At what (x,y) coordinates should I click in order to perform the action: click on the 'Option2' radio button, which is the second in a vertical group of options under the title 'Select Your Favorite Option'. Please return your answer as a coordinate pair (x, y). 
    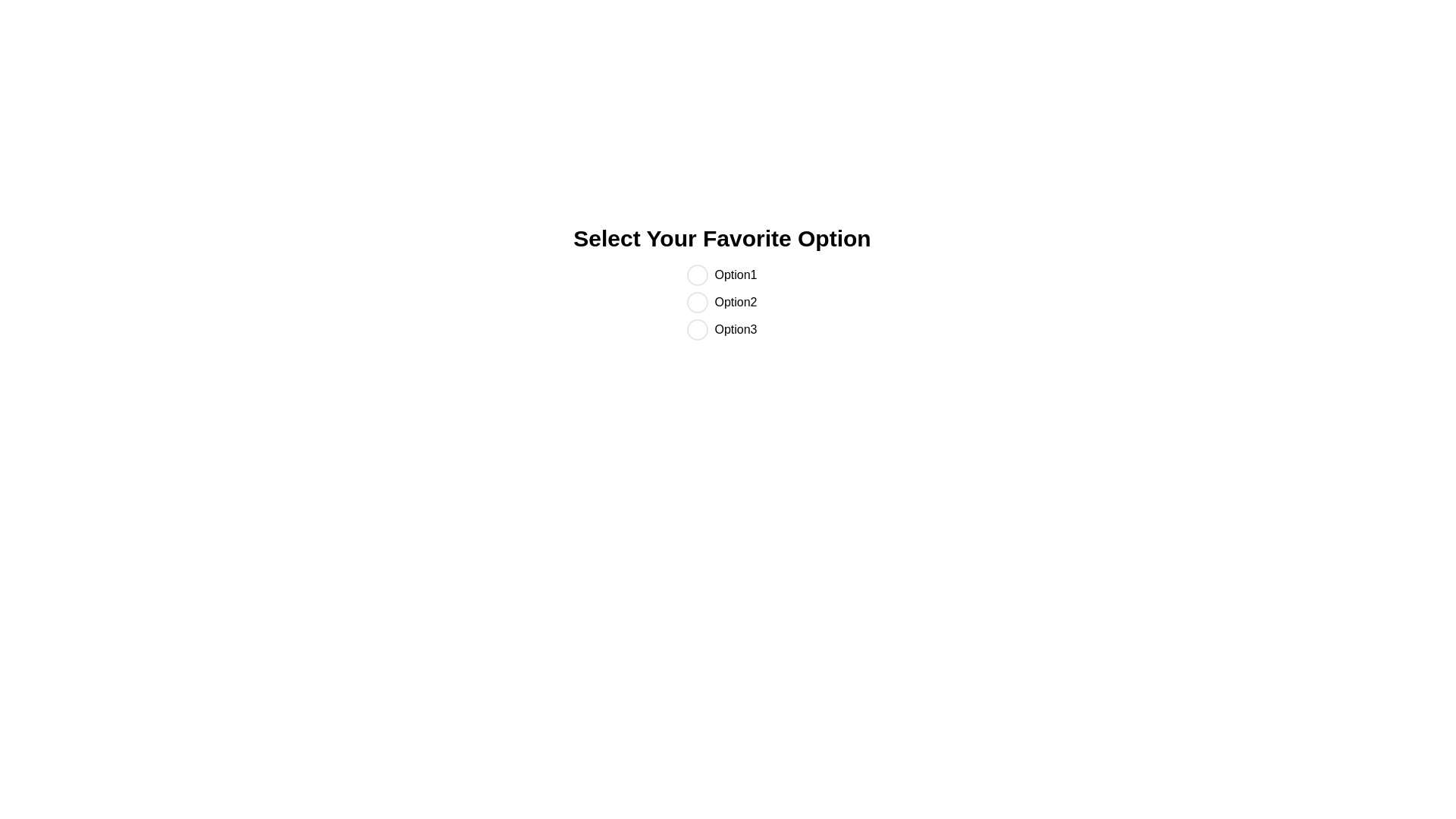
    Looking at the image, I should click on (721, 305).